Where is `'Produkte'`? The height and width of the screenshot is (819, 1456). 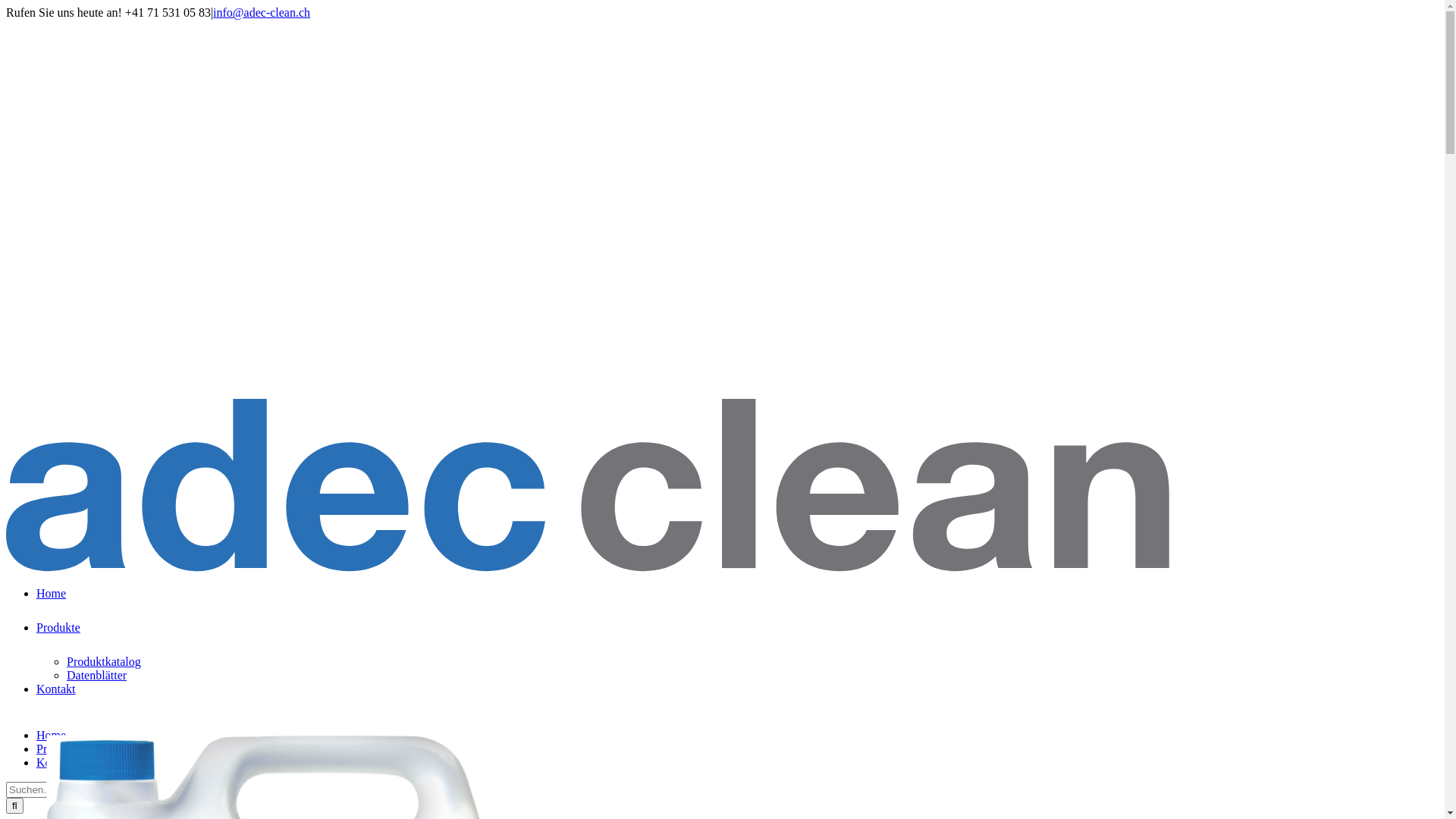
'Produkte' is located at coordinates (58, 638).